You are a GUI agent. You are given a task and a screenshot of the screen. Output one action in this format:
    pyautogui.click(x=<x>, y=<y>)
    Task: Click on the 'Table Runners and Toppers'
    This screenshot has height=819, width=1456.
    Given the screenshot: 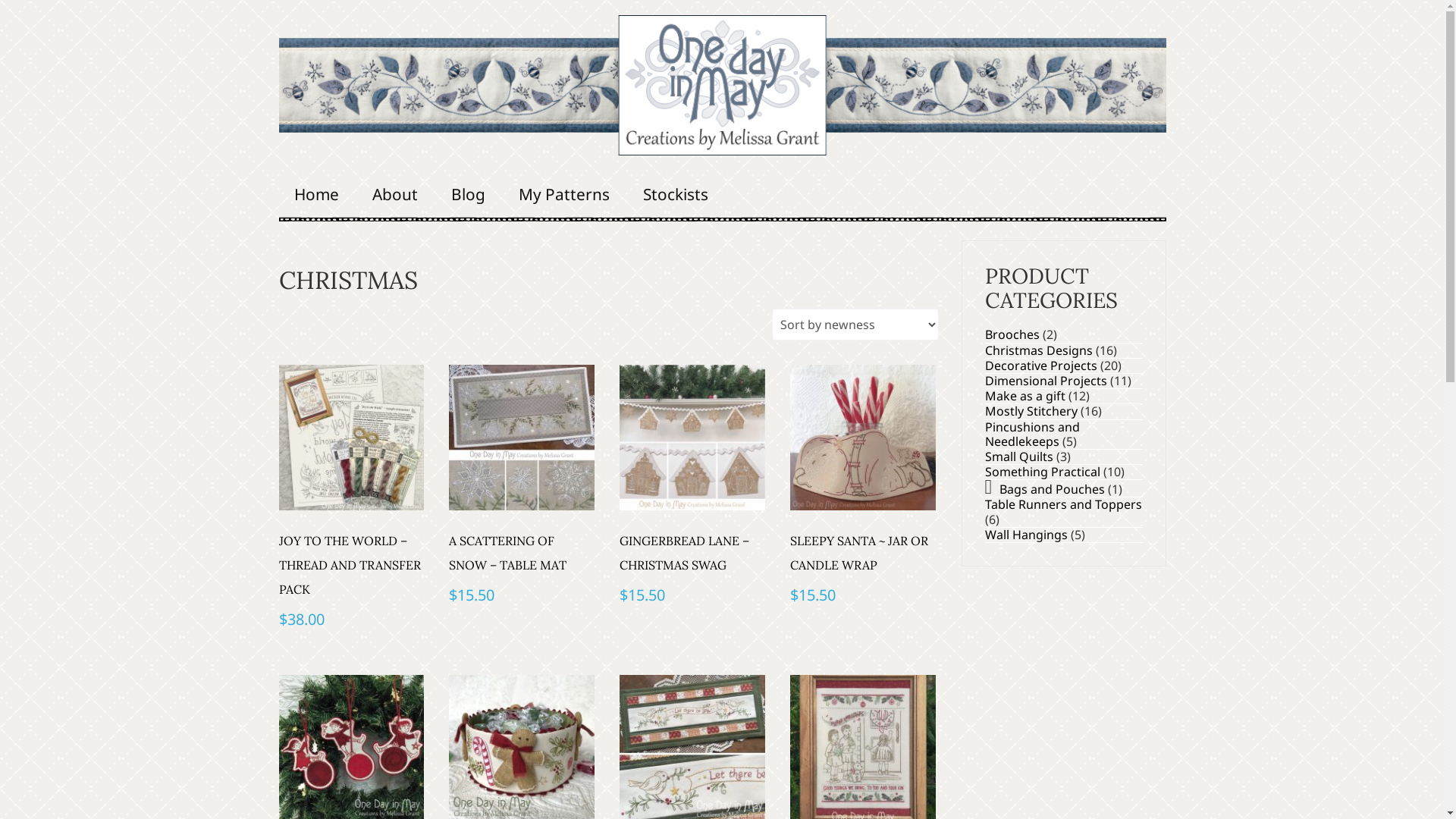 What is the action you would take?
    pyautogui.click(x=1062, y=504)
    